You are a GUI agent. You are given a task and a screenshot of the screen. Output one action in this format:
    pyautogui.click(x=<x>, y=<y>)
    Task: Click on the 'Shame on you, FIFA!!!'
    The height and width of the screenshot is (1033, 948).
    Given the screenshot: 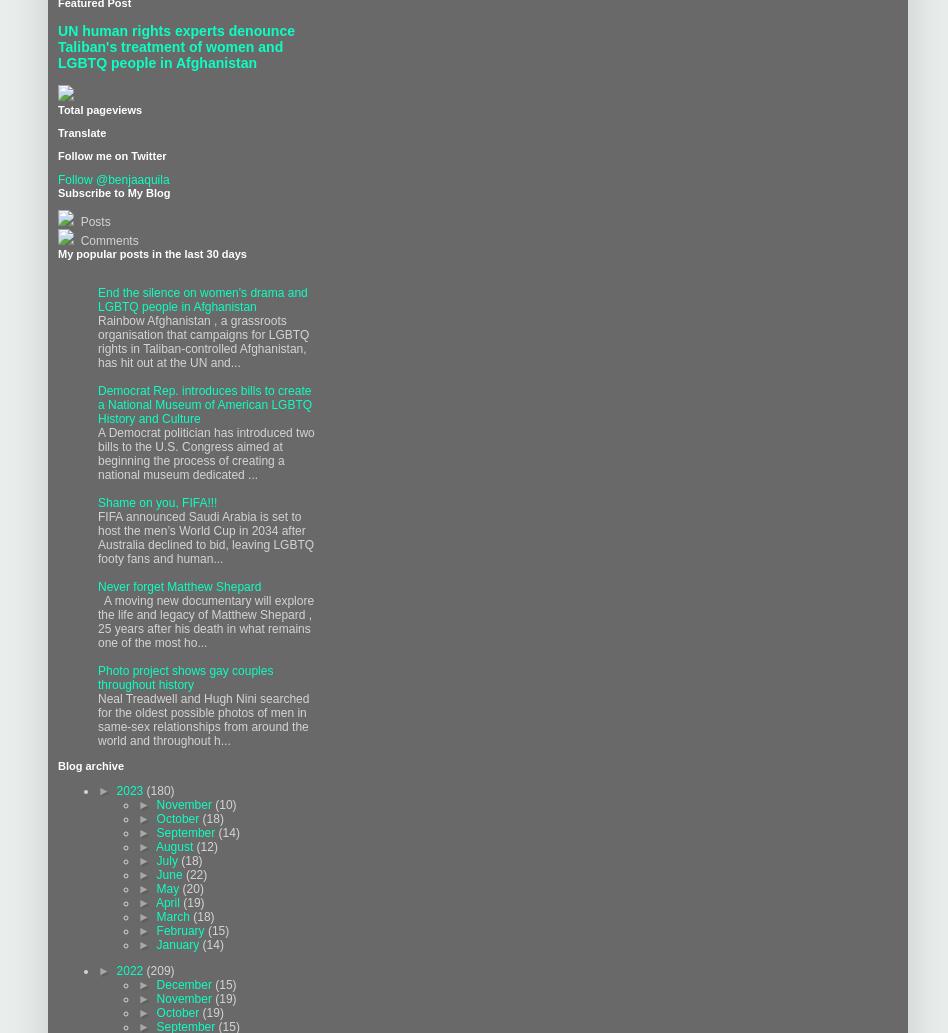 What is the action you would take?
    pyautogui.click(x=156, y=502)
    